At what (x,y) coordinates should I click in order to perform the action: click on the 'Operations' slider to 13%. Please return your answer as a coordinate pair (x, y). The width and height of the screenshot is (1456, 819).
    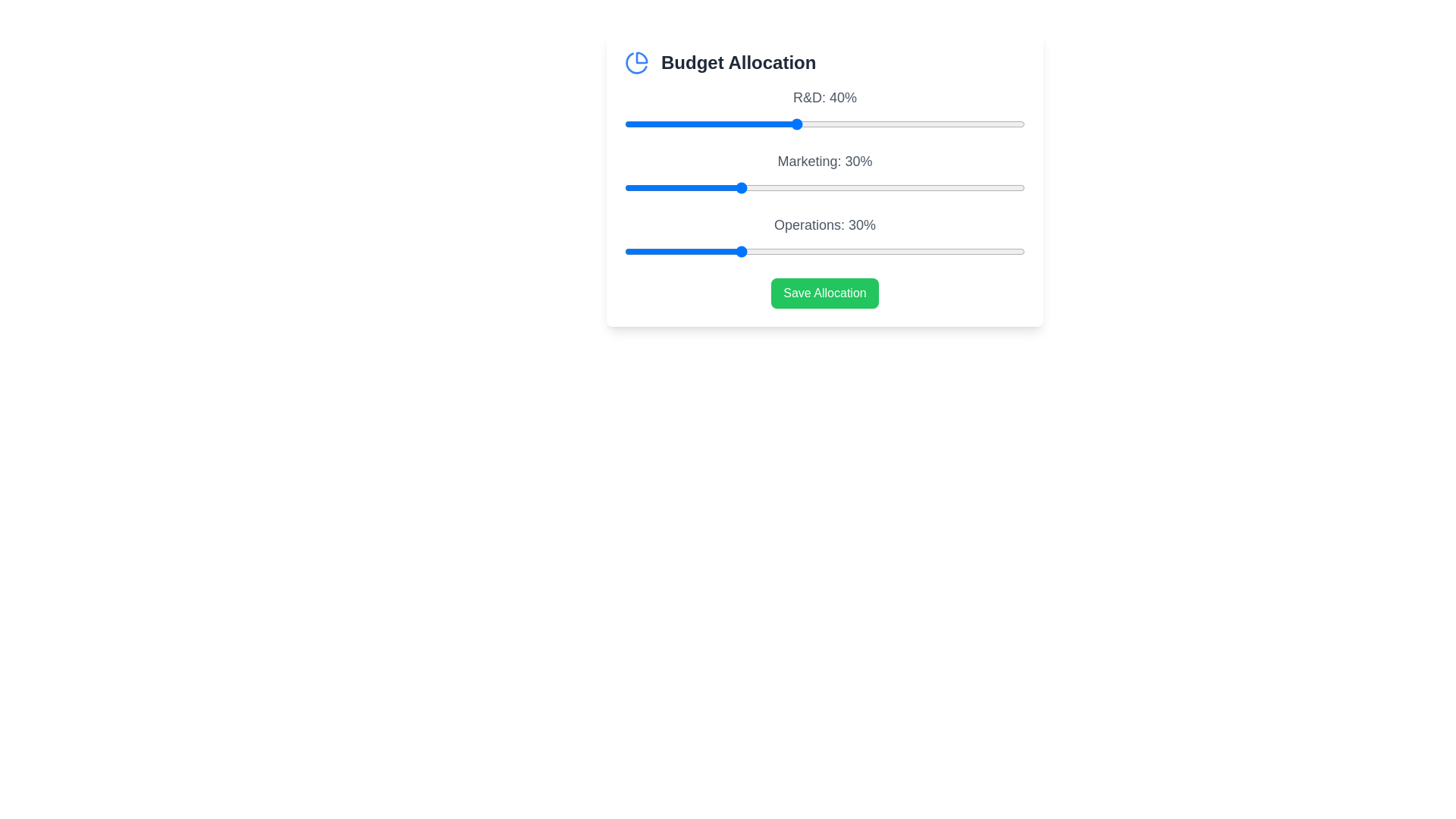
    Looking at the image, I should click on (642, 250).